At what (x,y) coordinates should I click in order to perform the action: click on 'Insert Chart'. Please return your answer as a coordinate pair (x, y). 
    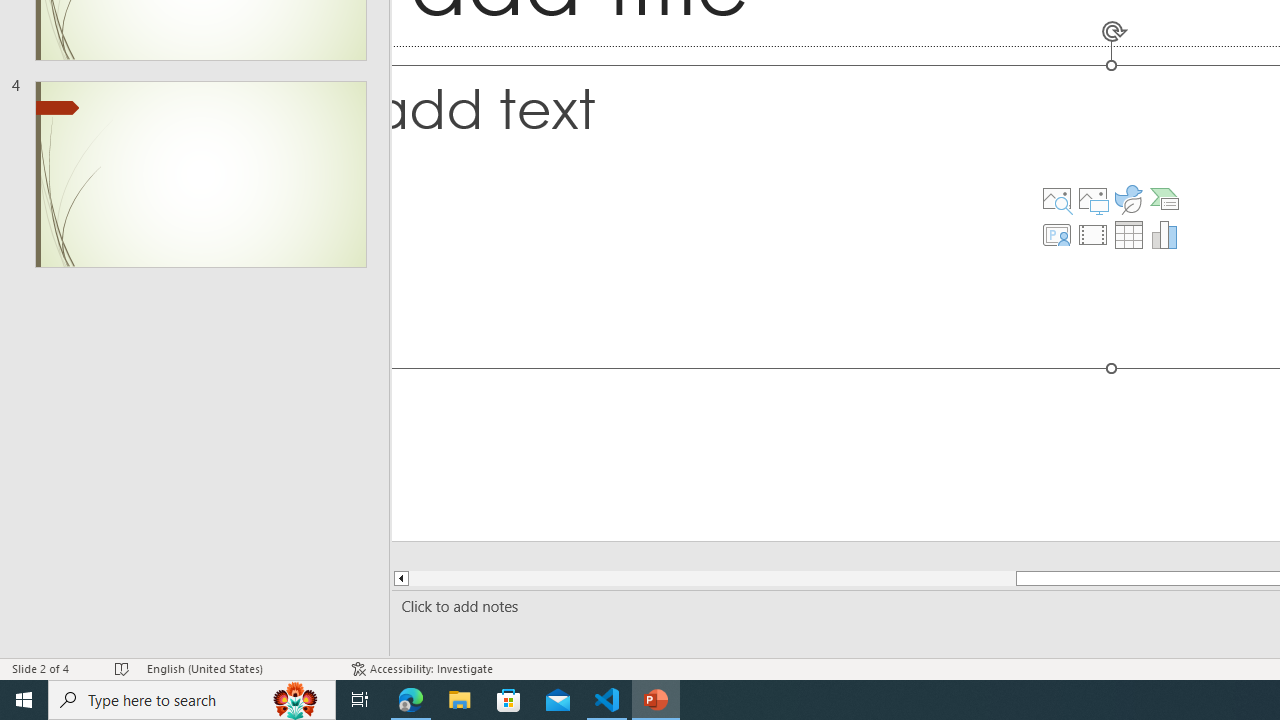
    Looking at the image, I should click on (1165, 234).